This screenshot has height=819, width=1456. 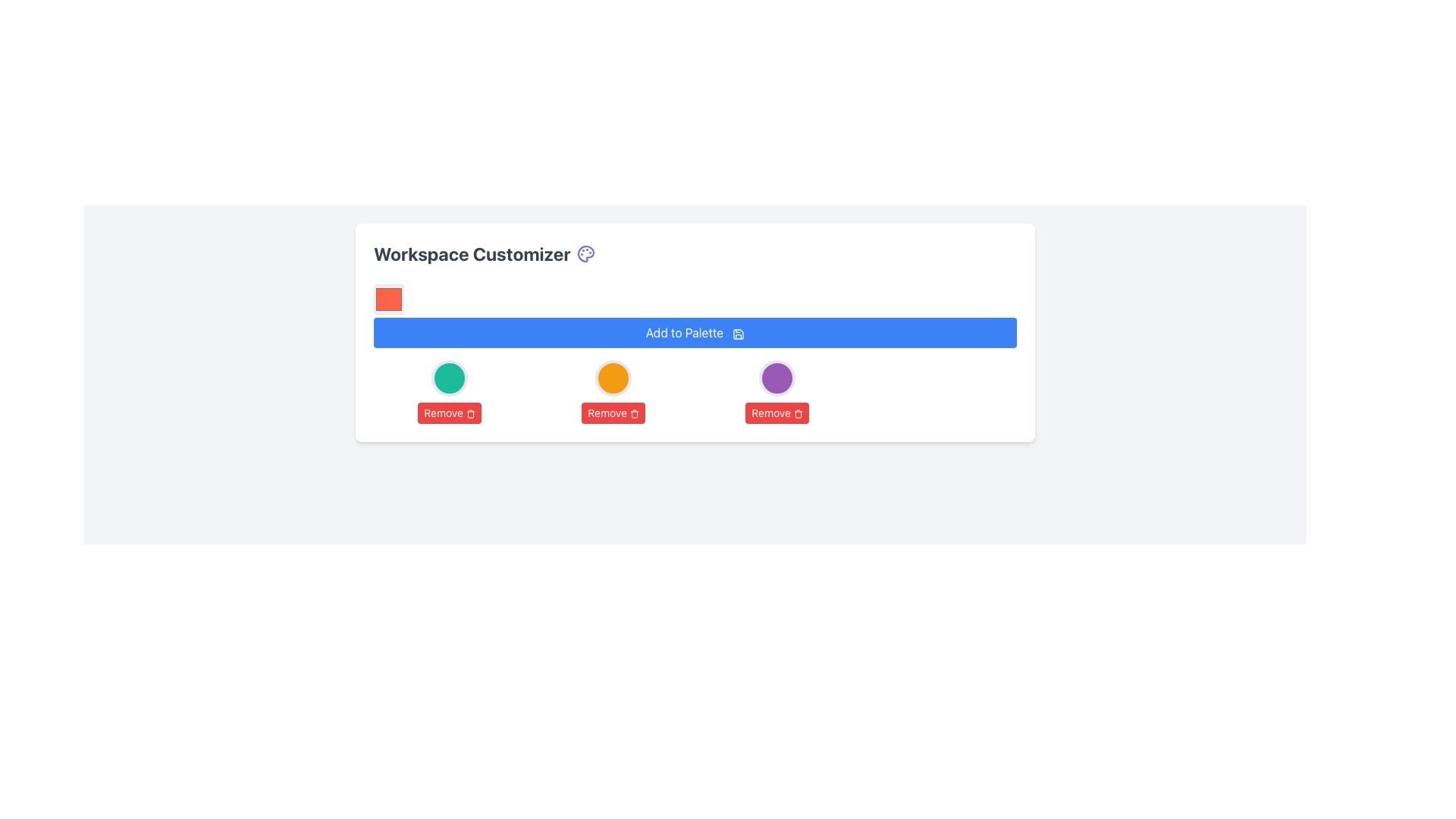 What do you see at coordinates (777, 413) in the screenshot?
I see `the 'Remove' button with a red background and white text, which is located below a purple circular shape` at bounding box center [777, 413].